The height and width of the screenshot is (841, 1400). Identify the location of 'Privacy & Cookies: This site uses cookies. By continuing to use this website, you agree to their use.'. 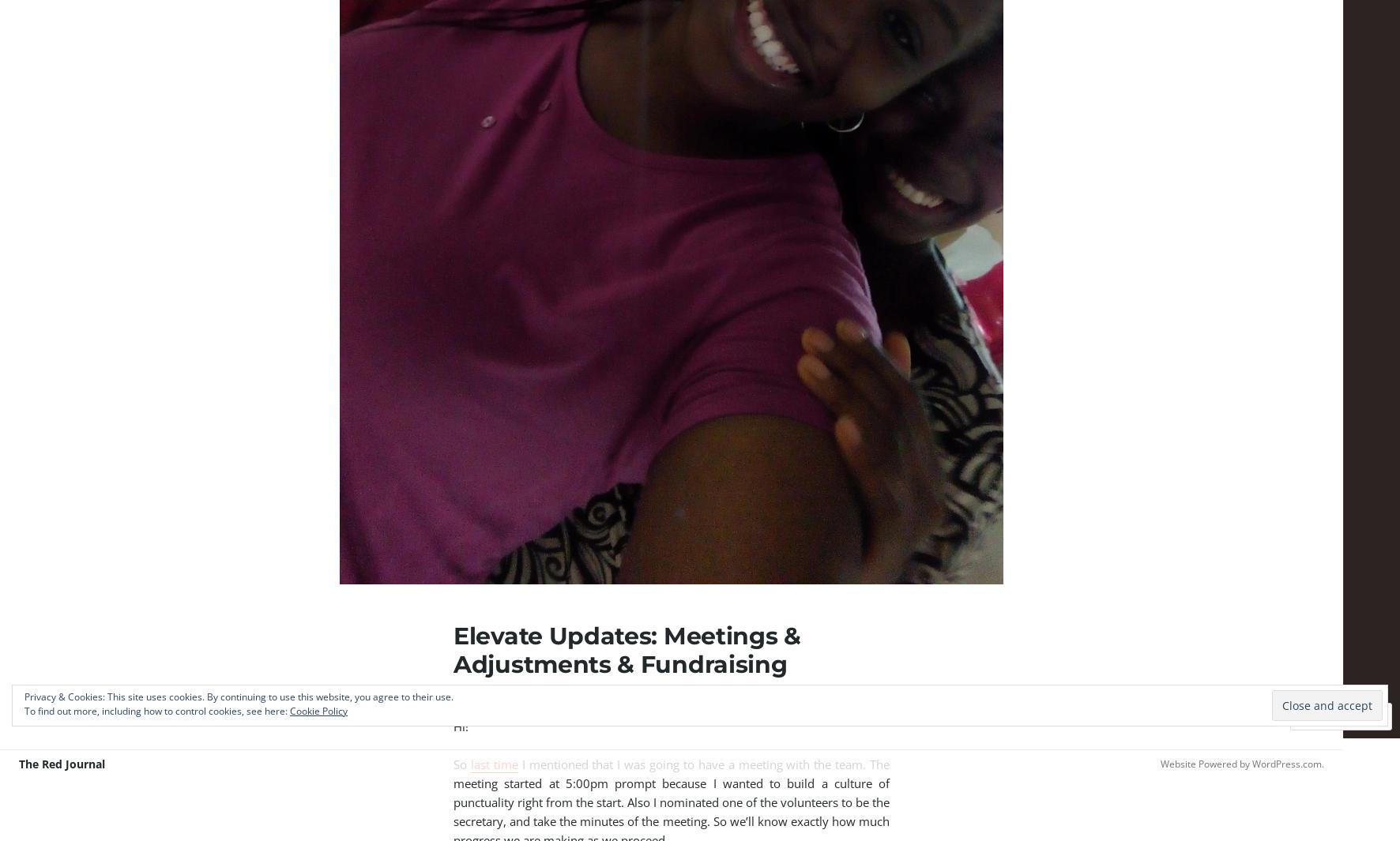
(238, 696).